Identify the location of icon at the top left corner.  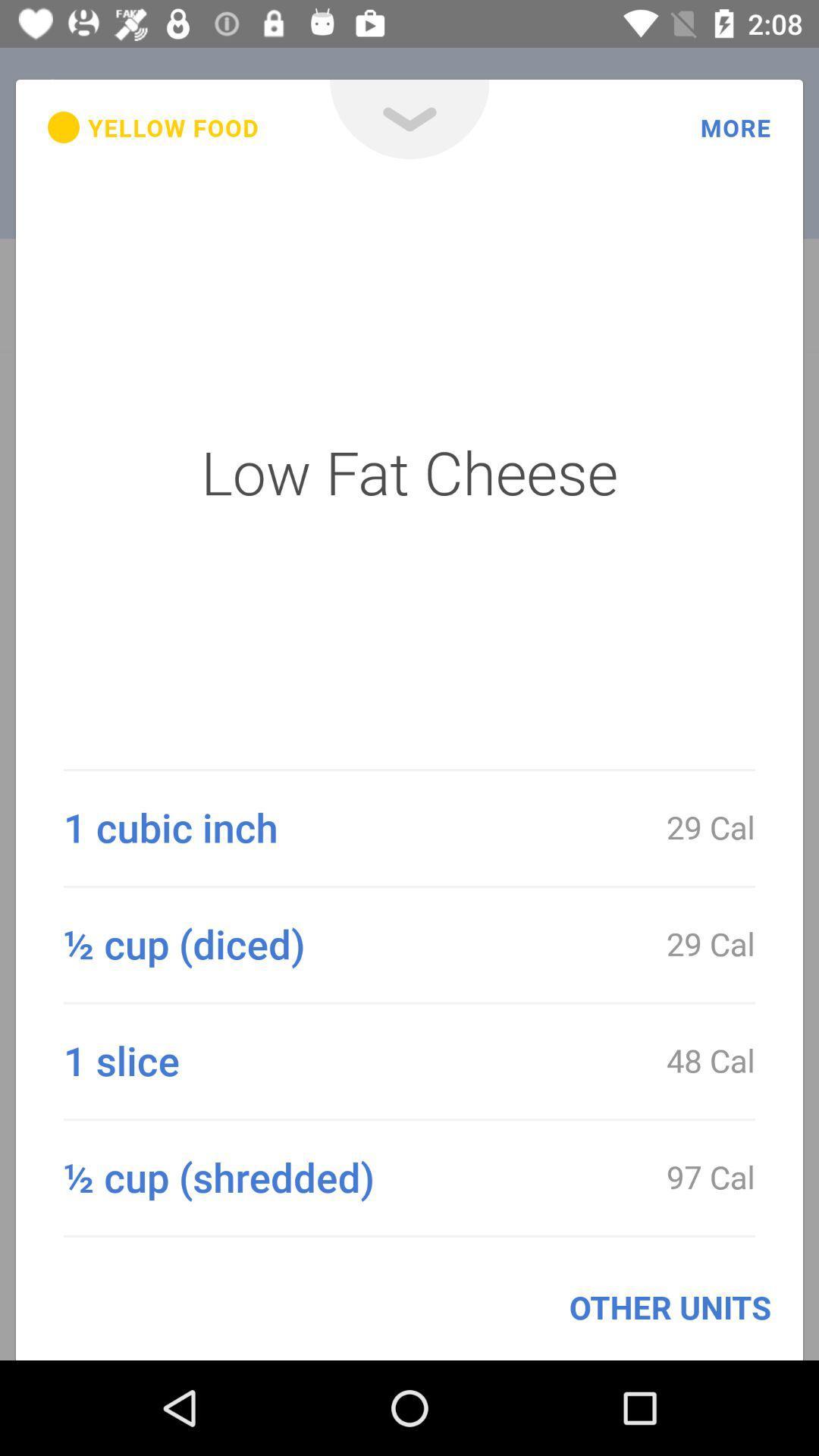
(153, 127).